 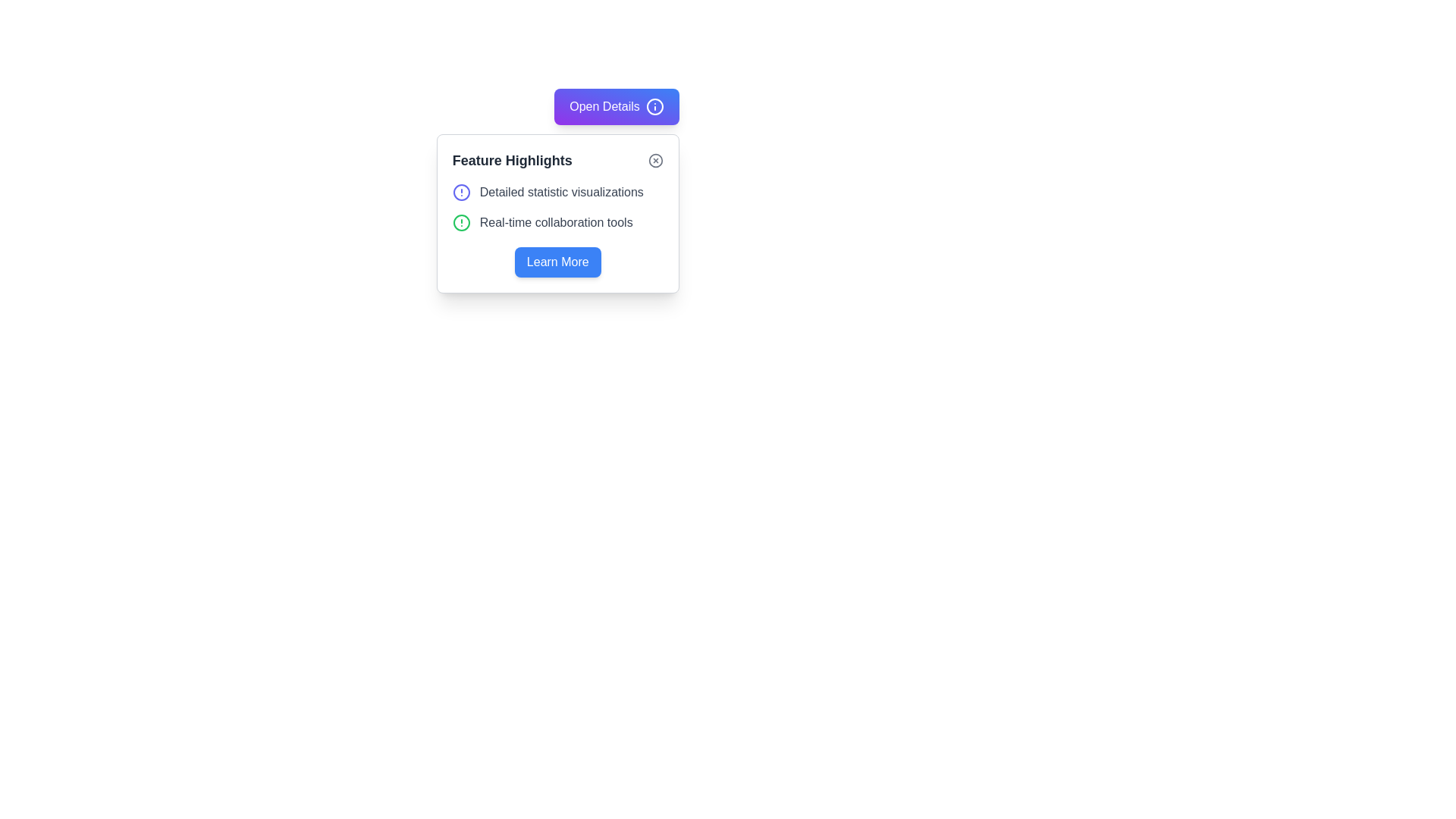 What do you see at coordinates (460, 192) in the screenshot?
I see `the circular SVG icon located to the left of the 'Detailed statistic visualizations' text in the 'Feature Highlights' card` at bounding box center [460, 192].